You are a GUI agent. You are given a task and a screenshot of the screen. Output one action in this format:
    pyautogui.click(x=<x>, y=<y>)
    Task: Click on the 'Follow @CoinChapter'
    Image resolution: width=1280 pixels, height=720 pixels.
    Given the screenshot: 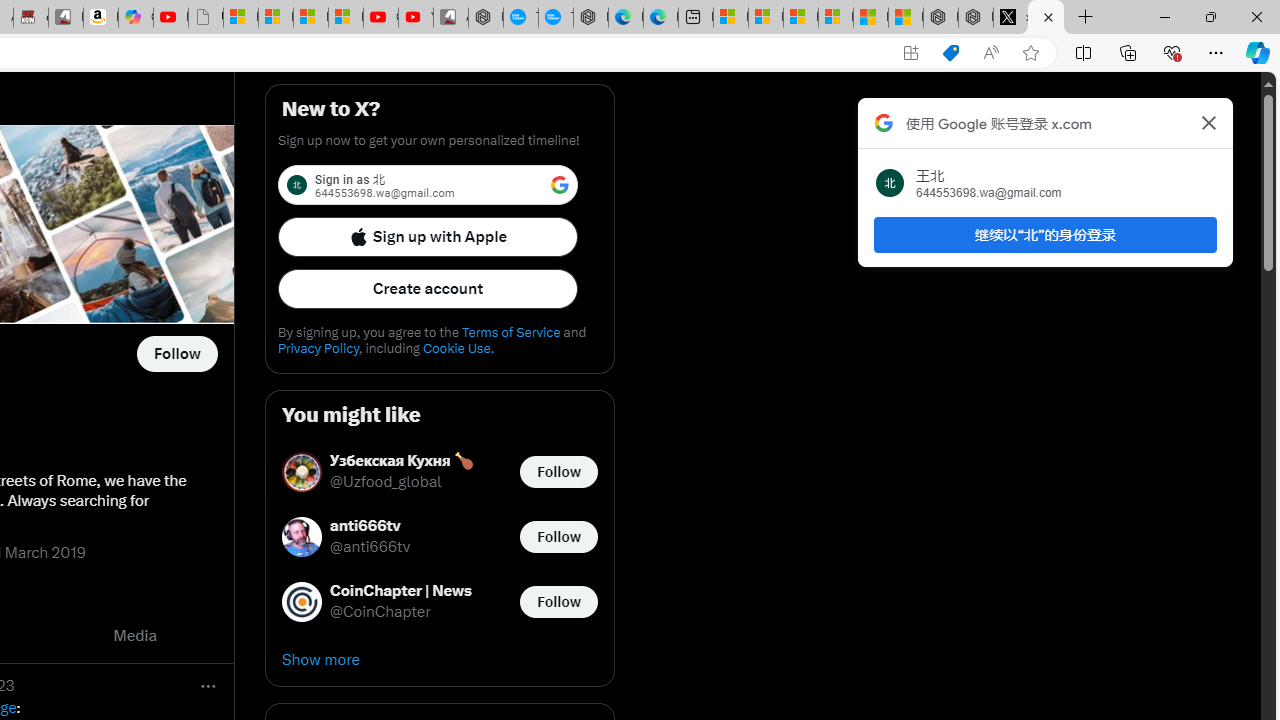 What is the action you would take?
    pyautogui.click(x=558, y=600)
    